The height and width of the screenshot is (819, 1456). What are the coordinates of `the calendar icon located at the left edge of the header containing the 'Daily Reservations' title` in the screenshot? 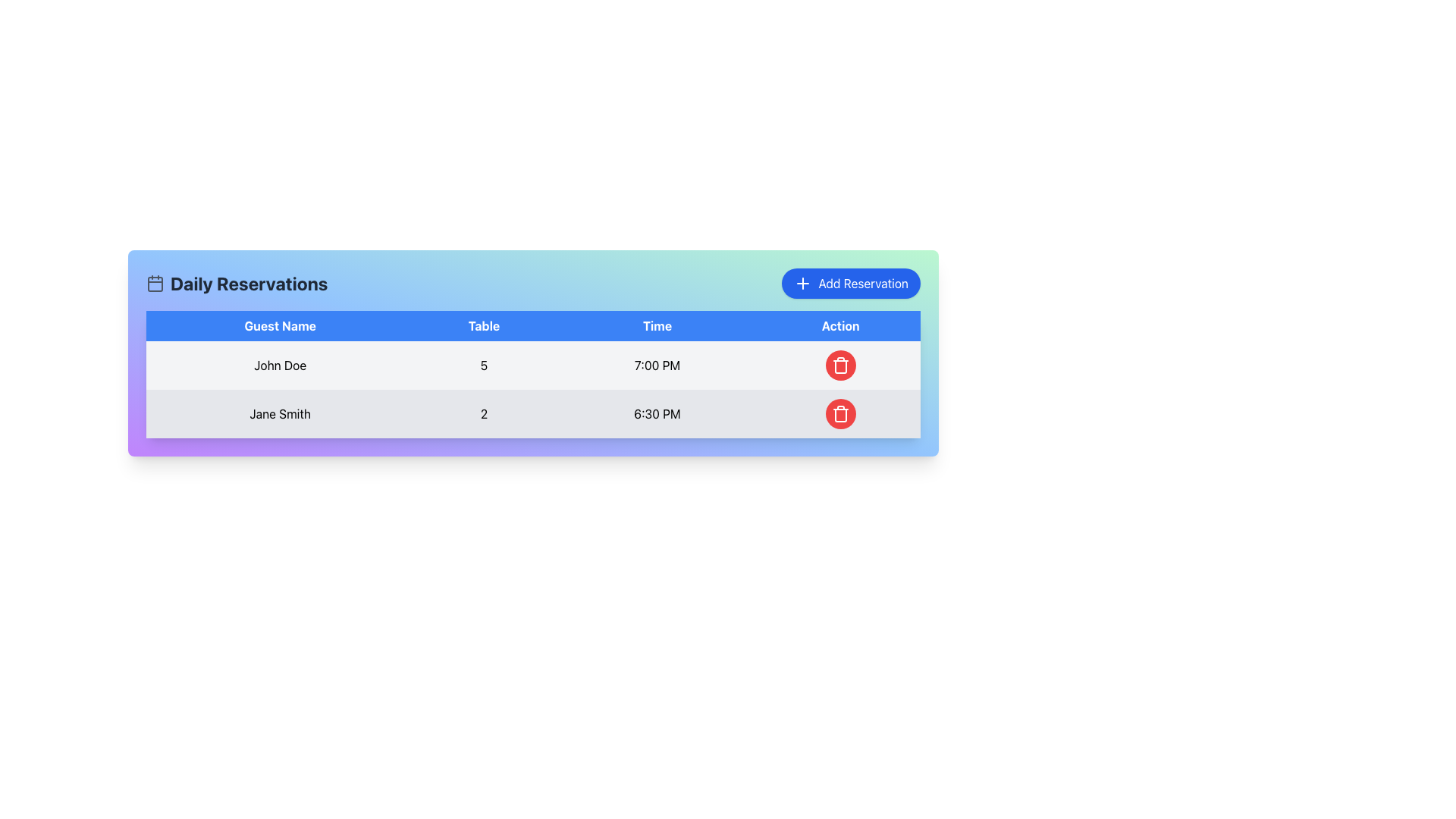 It's located at (155, 284).